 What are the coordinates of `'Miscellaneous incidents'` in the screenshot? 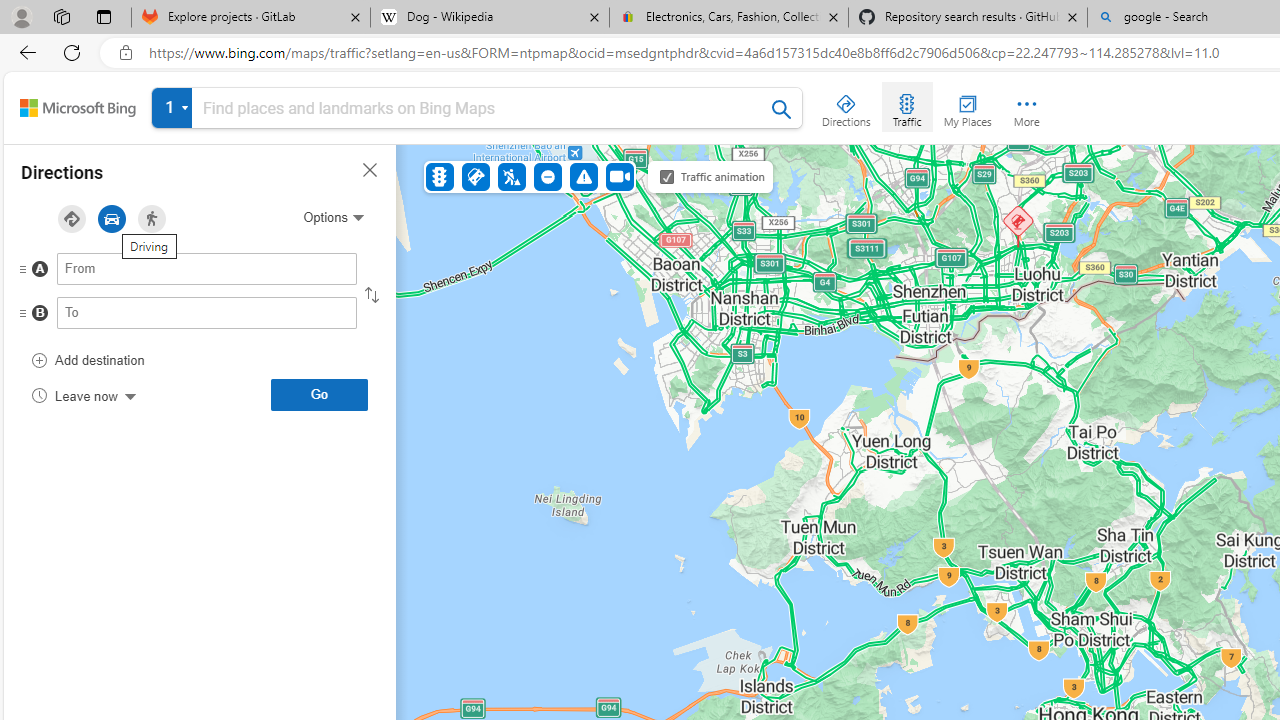 It's located at (582, 175).